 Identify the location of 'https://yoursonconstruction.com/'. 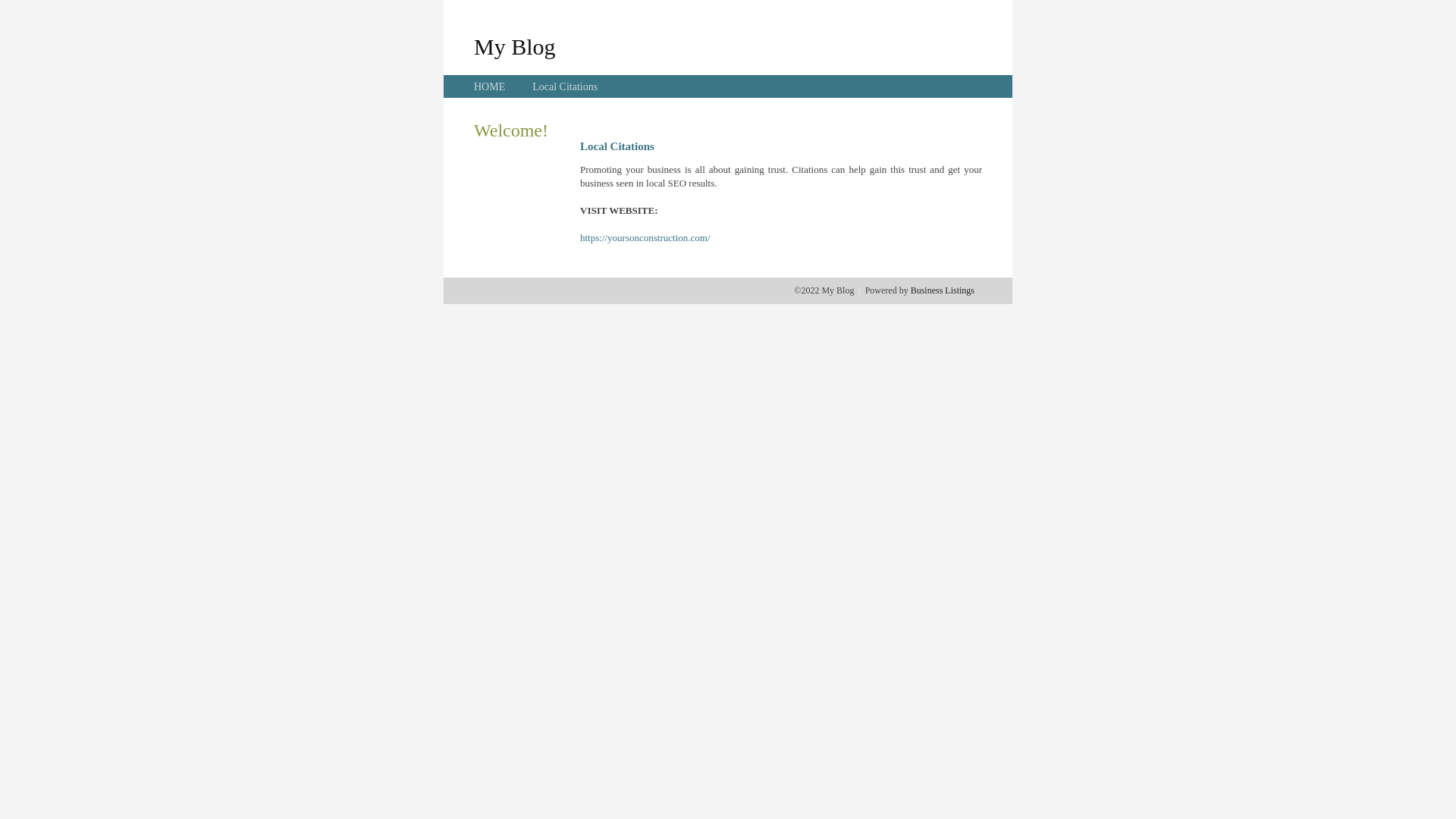
(579, 237).